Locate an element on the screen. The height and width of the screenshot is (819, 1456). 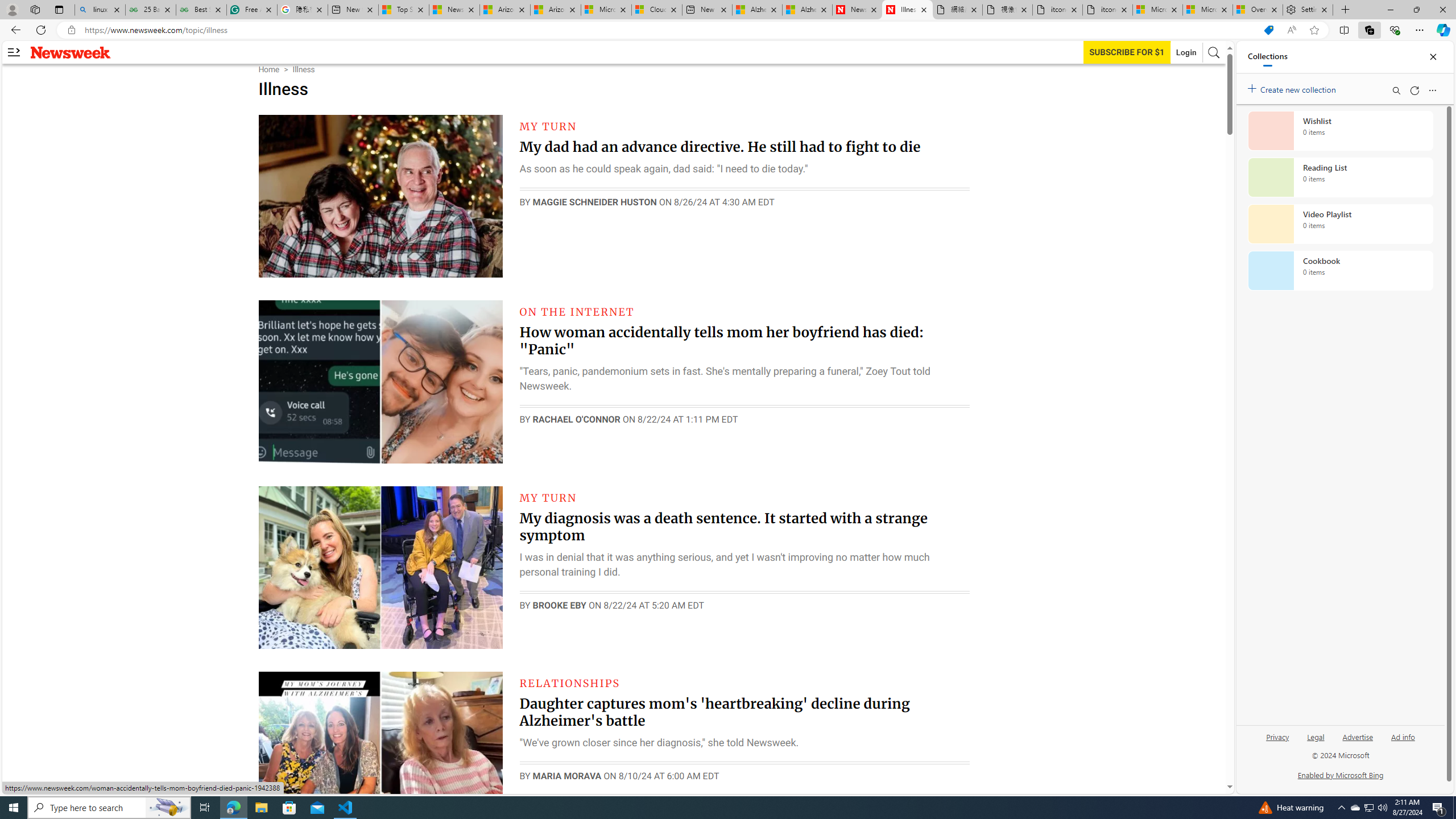
'Newsweek logo' is located at coordinates (70, 52).